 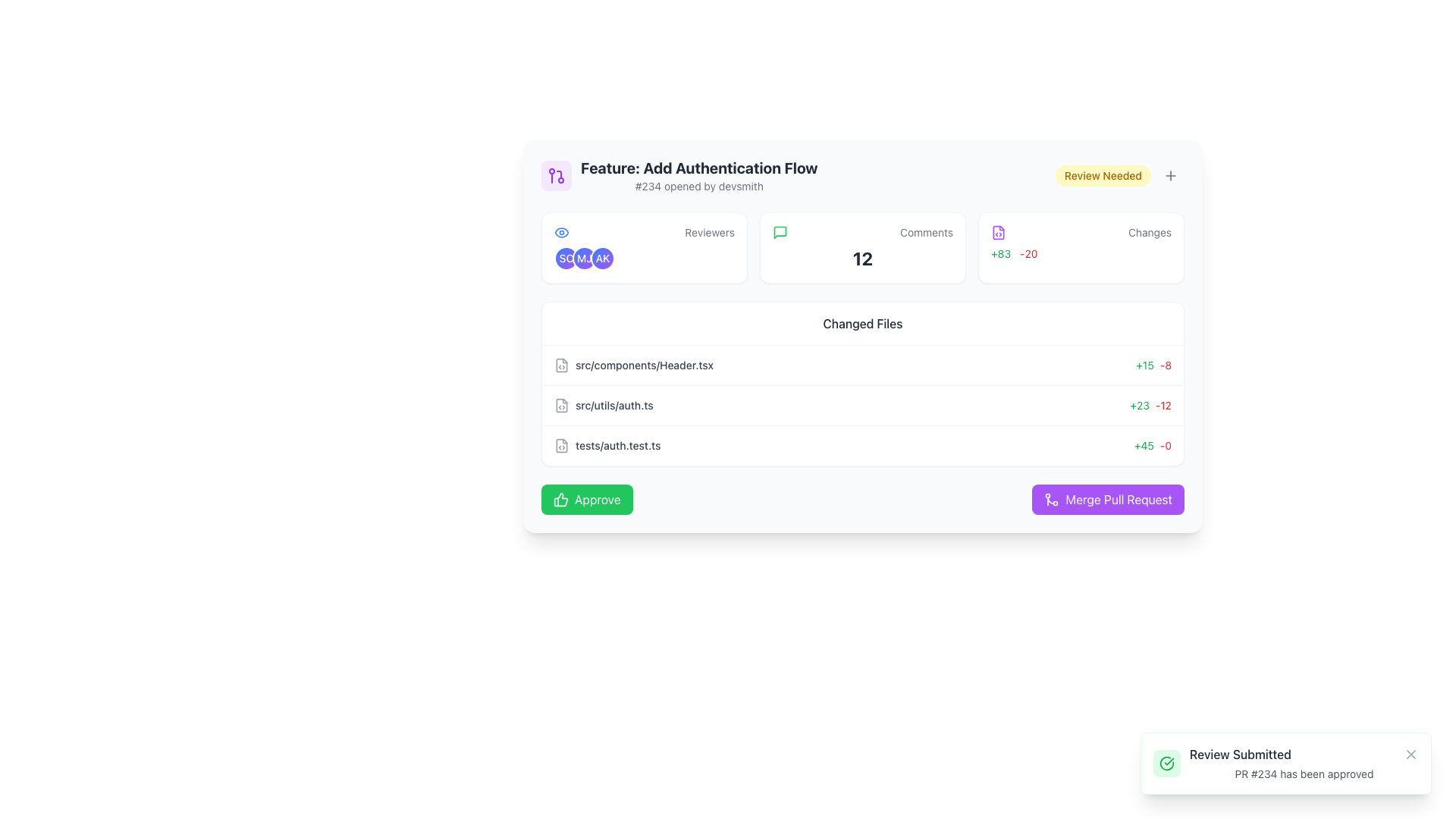 What do you see at coordinates (1240, 755) in the screenshot?
I see `the 'Review Submitted' text label, which is styled in medium-weight dark gray font and is located in the notification widget at the bottom-right corner of the interface` at bounding box center [1240, 755].